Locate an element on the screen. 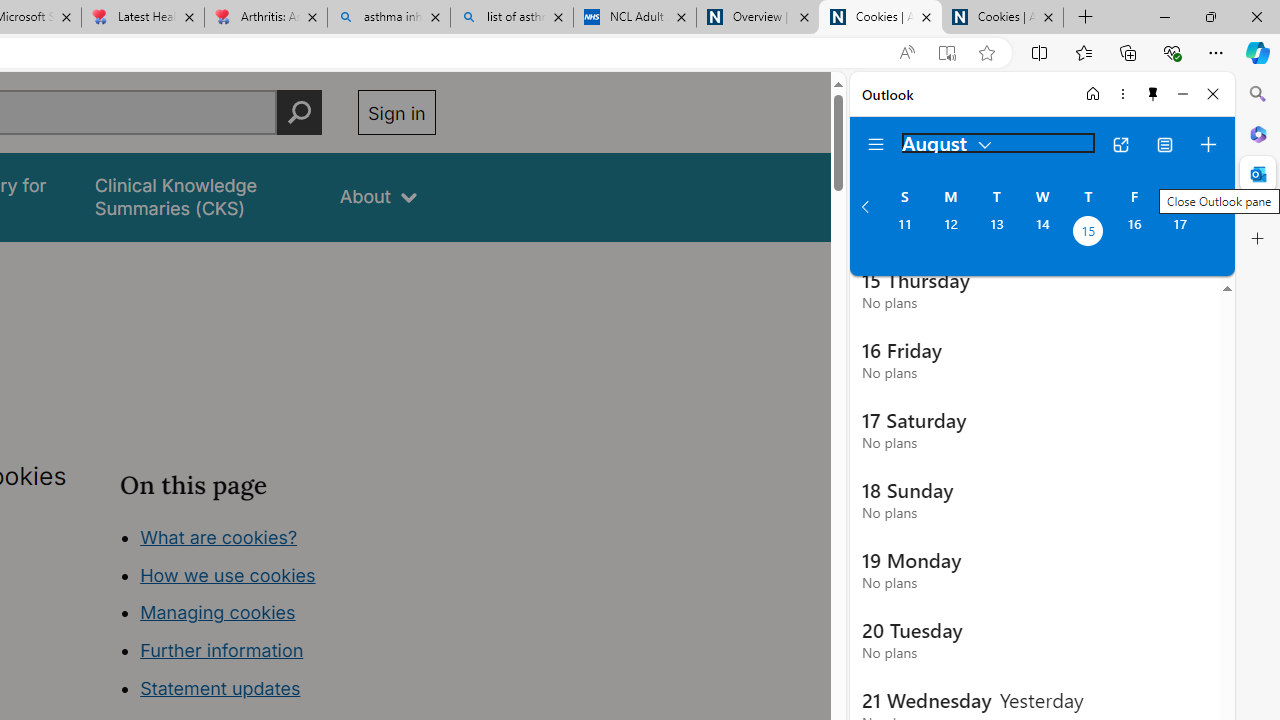 This screenshot has height=720, width=1280. 'Friday, August 16, 2024. ' is located at coordinates (1134, 232).